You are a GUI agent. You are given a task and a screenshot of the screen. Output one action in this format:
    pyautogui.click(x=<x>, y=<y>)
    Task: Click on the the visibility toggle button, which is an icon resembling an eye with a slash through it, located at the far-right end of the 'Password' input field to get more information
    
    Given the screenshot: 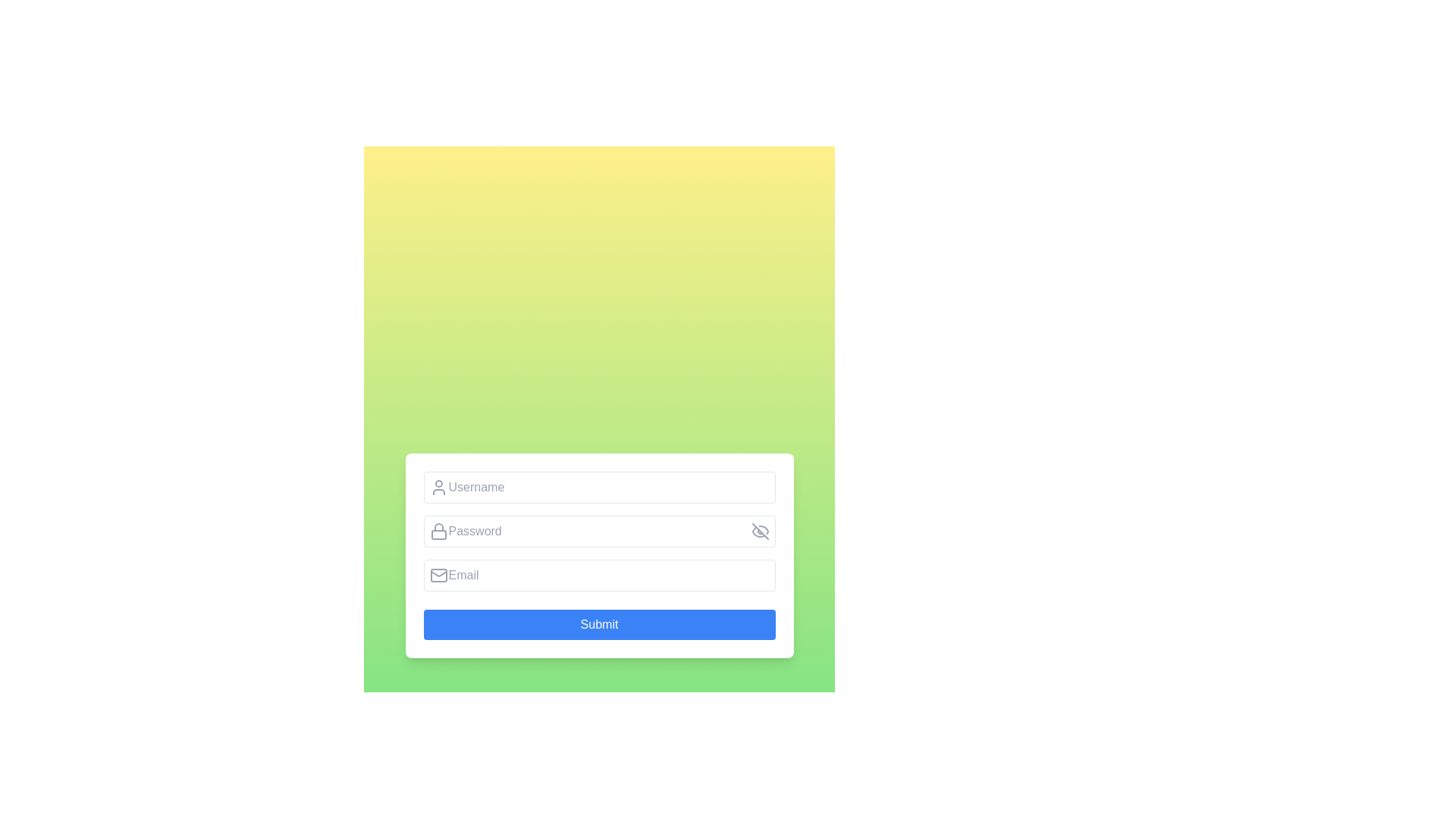 What is the action you would take?
    pyautogui.click(x=760, y=531)
    